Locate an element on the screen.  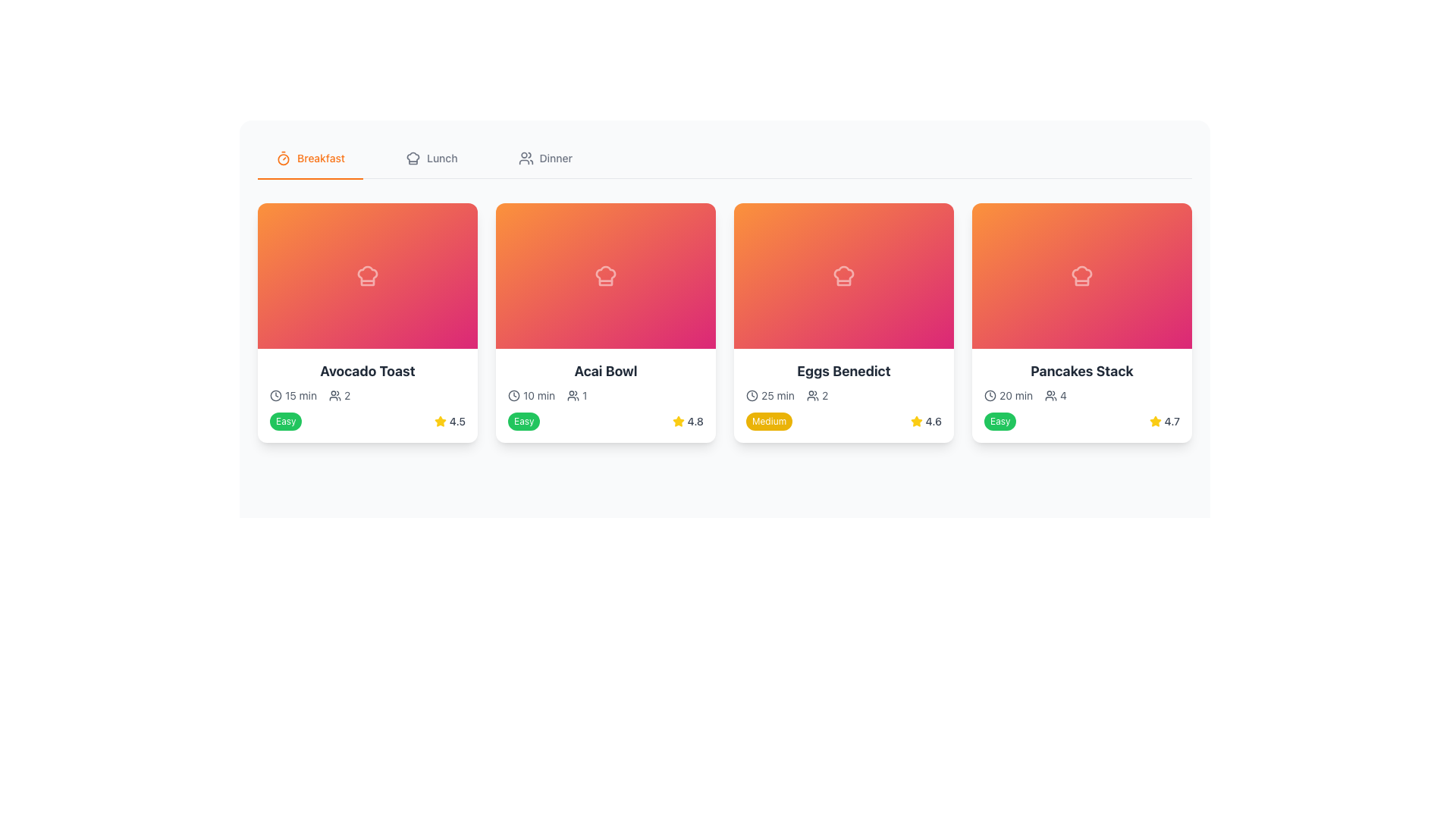
the difficulty level label located in the bottom-left section of the 'Pancakes Stack' card, below the preparation details is located at coordinates (1000, 421).